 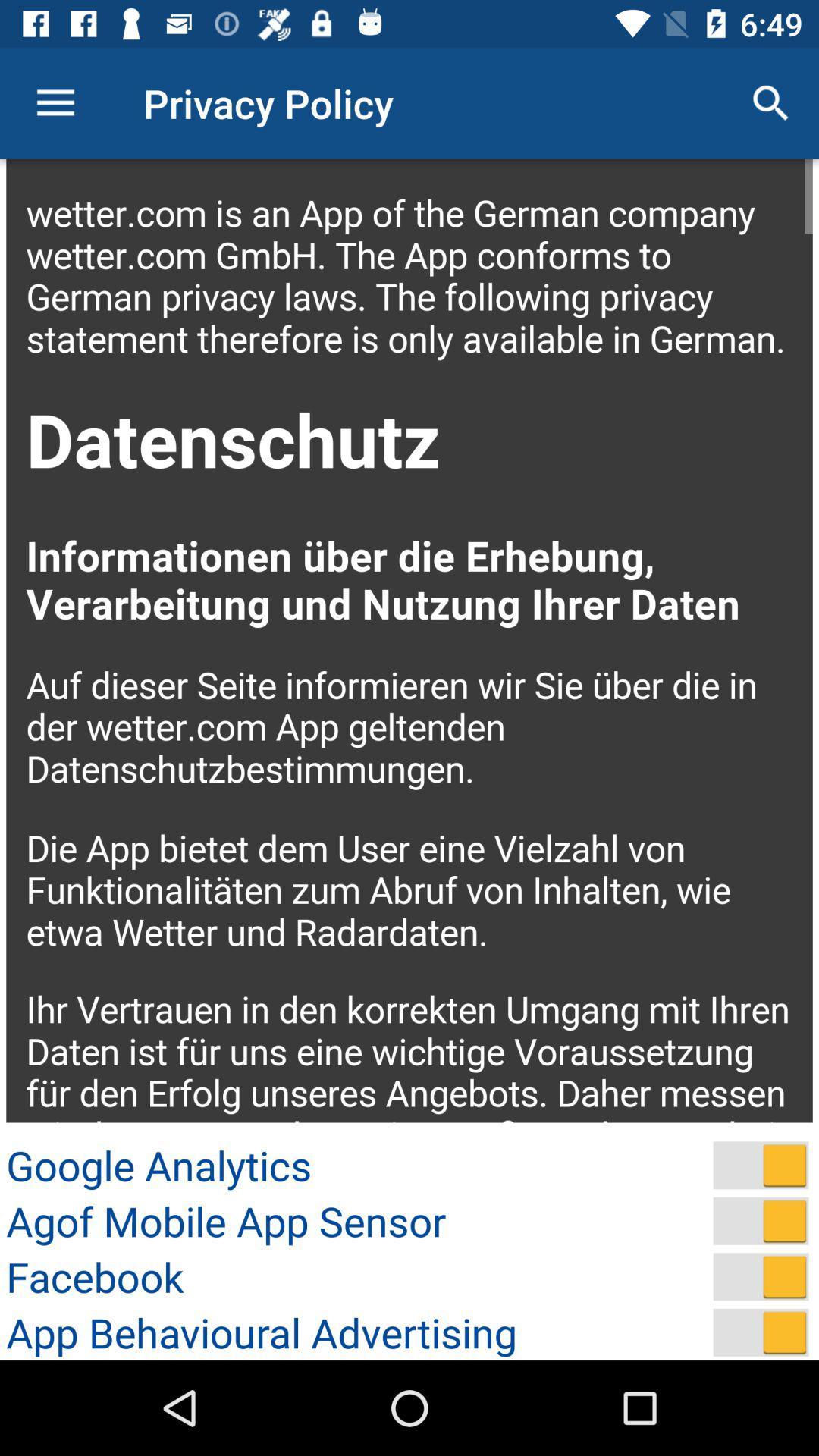 I want to click on app behavioural advertising, so click(x=761, y=1332).